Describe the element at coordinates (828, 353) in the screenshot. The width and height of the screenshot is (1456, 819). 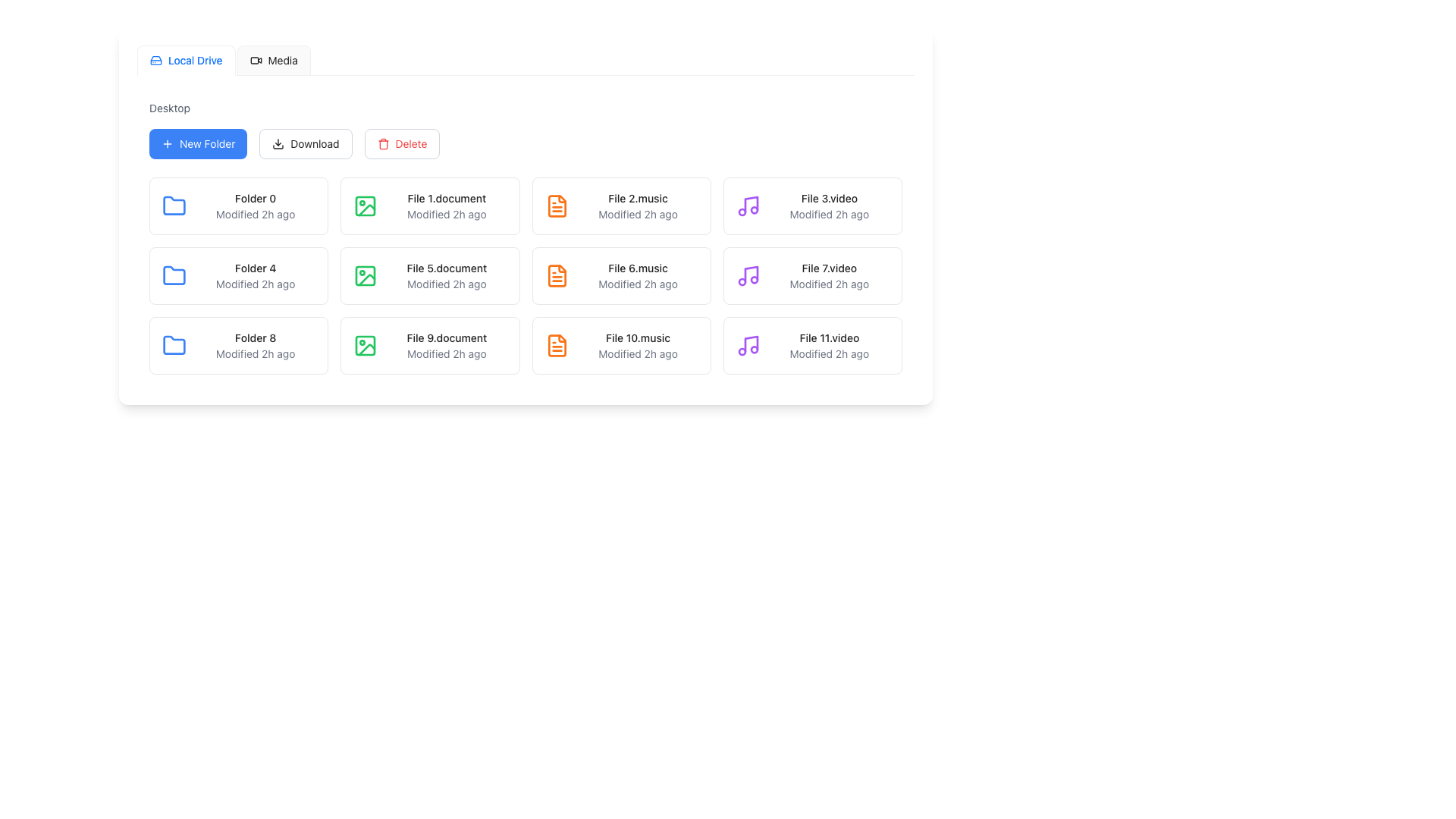
I see `the text label that provides metadata about the modification time of the file, located in the third file row and fourth column, below the text 'File 11.video.'` at that location.